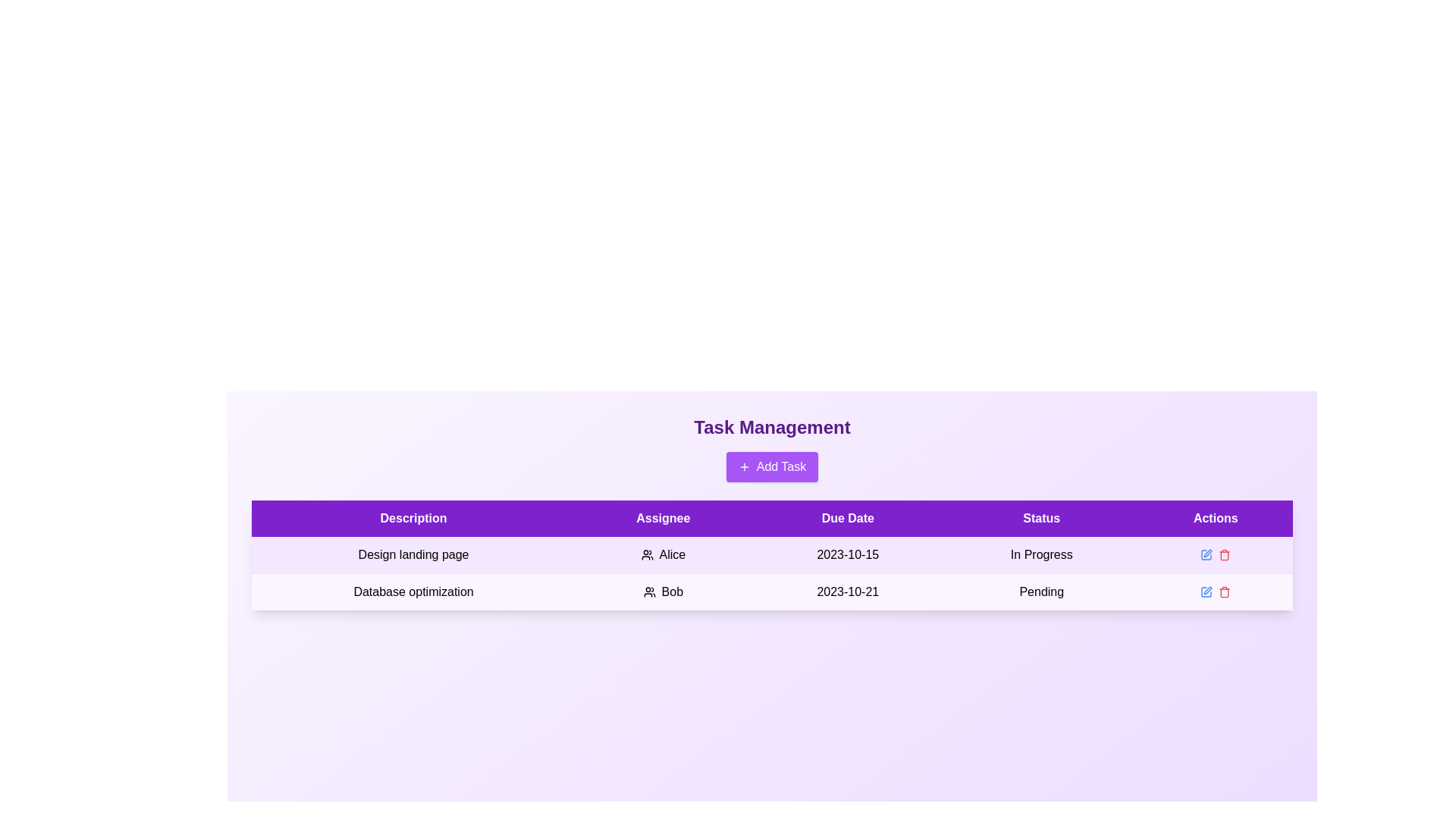 The width and height of the screenshot is (1456, 819). What do you see at coordinates (1216, 591) in the screenshot?
I see `the grouped interactive icons in the 'Actions' column of the second row for the task titled 'Database optimization'` at bounding box center [1216, 591].